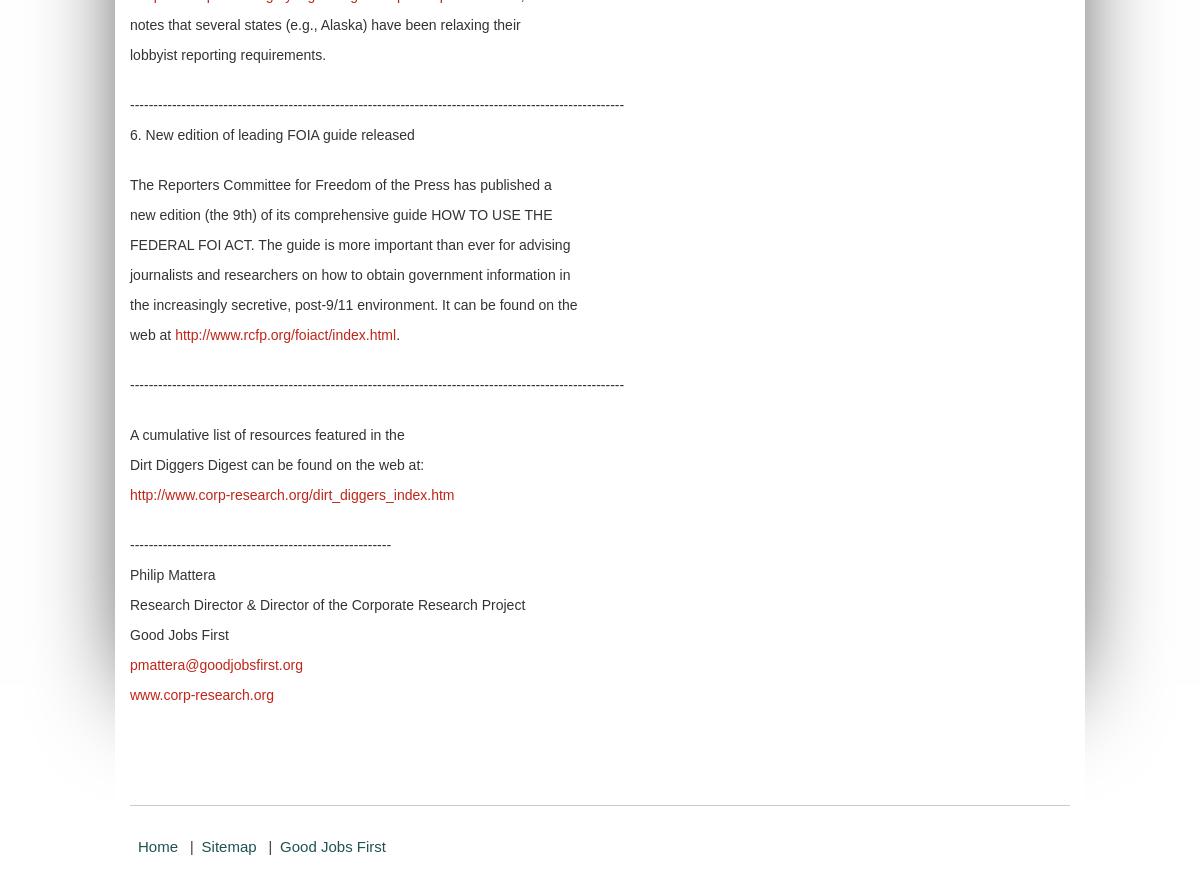 The image size is (1200, 874). I want to click on 'Philip Mattera', so click(129, 574).